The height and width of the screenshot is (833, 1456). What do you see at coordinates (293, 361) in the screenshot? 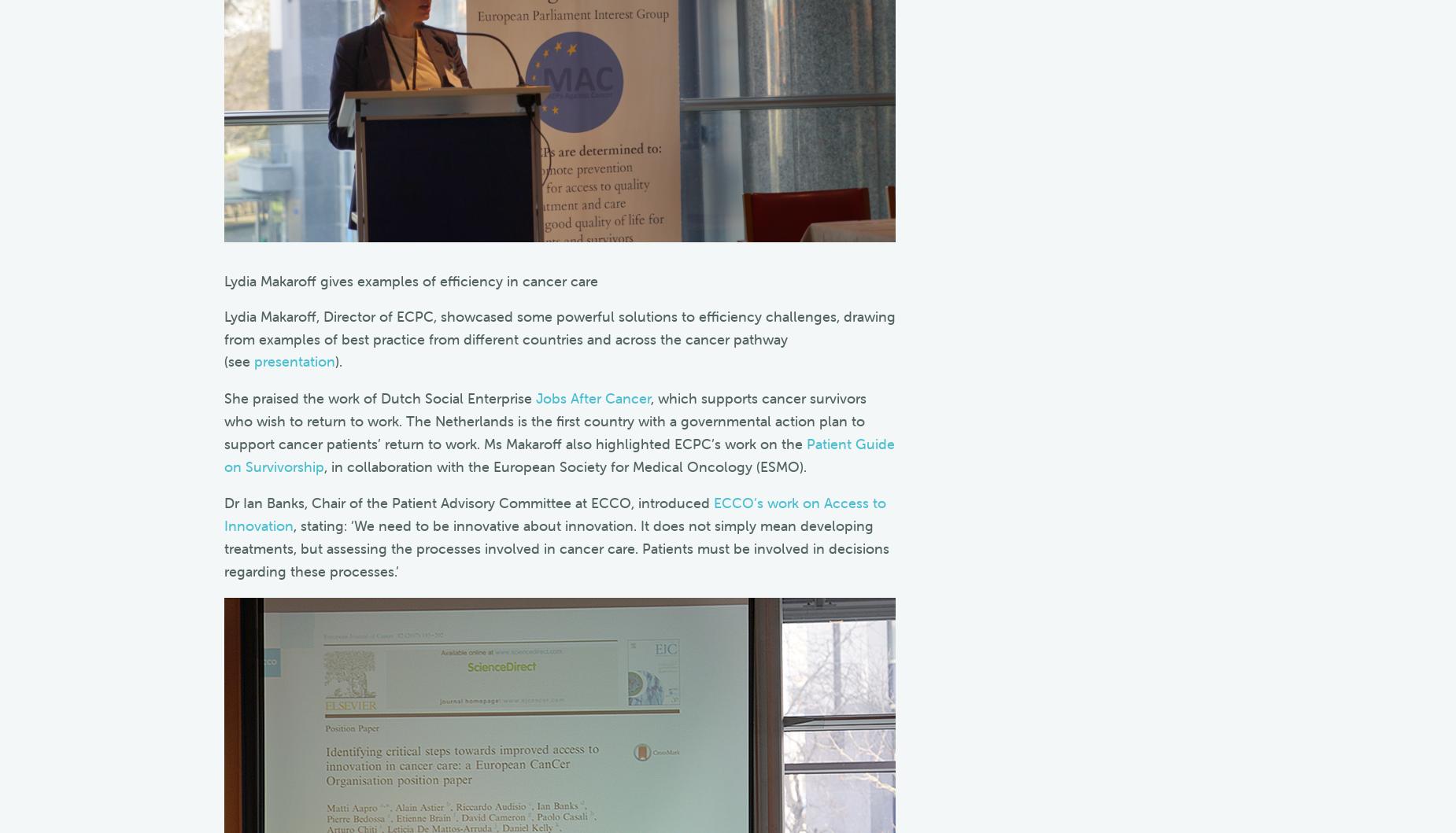
I see `'presentation'` at bounding box center [293, 361].